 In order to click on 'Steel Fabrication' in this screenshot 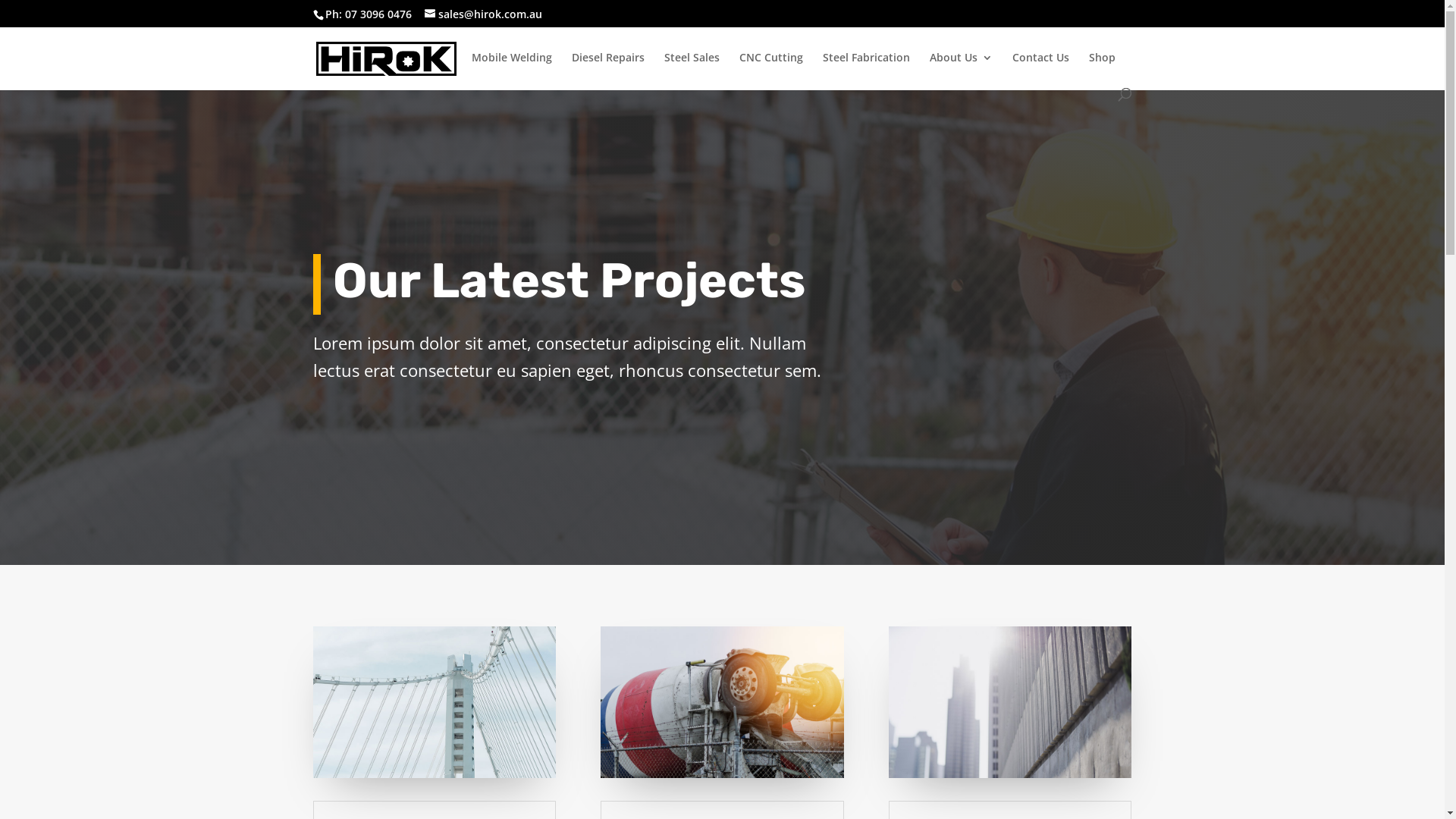, I will do `click(865, 70)`.